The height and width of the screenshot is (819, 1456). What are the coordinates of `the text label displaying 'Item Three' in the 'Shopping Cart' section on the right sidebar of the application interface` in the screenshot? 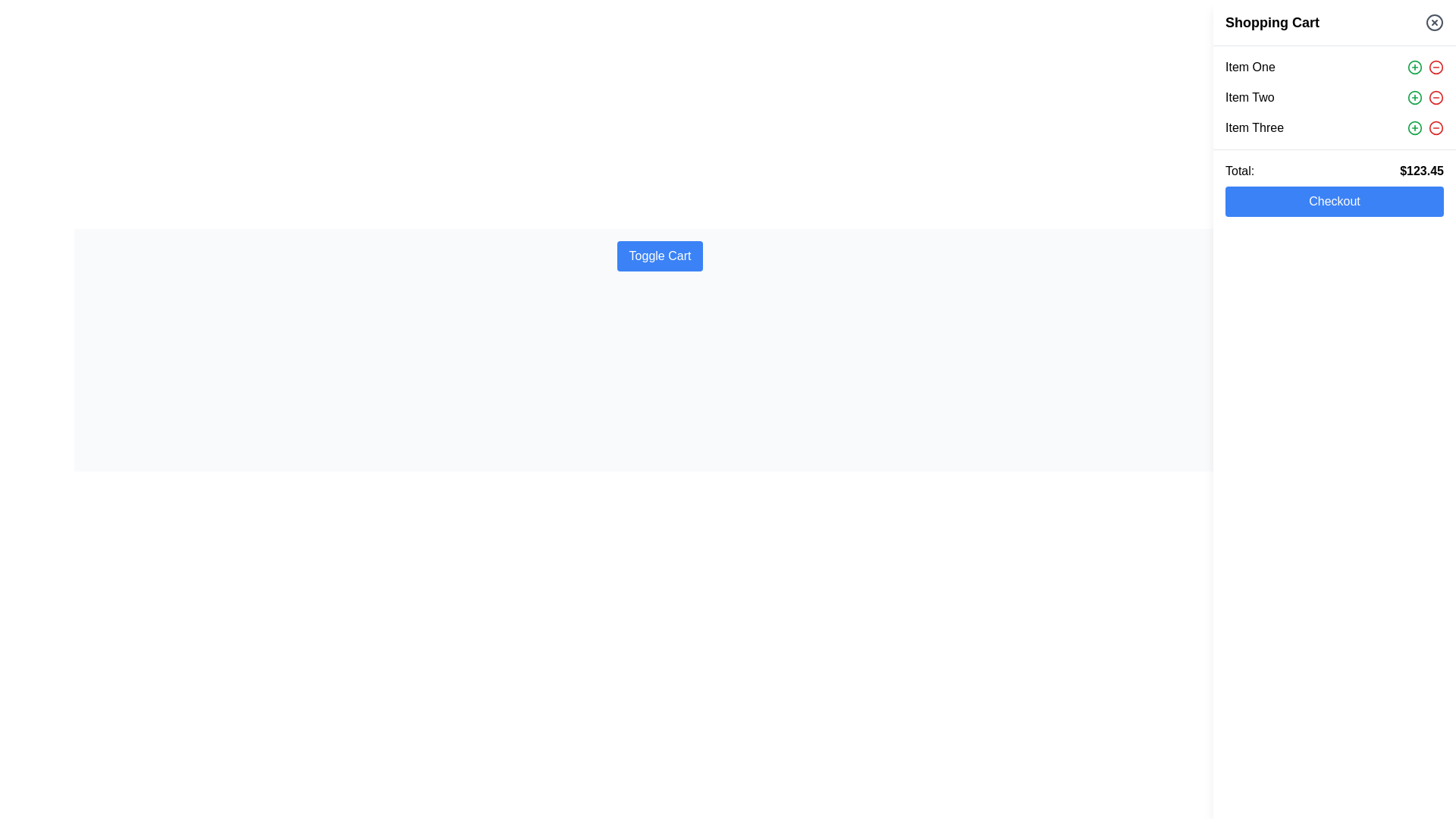 It's located at (1254, 127).